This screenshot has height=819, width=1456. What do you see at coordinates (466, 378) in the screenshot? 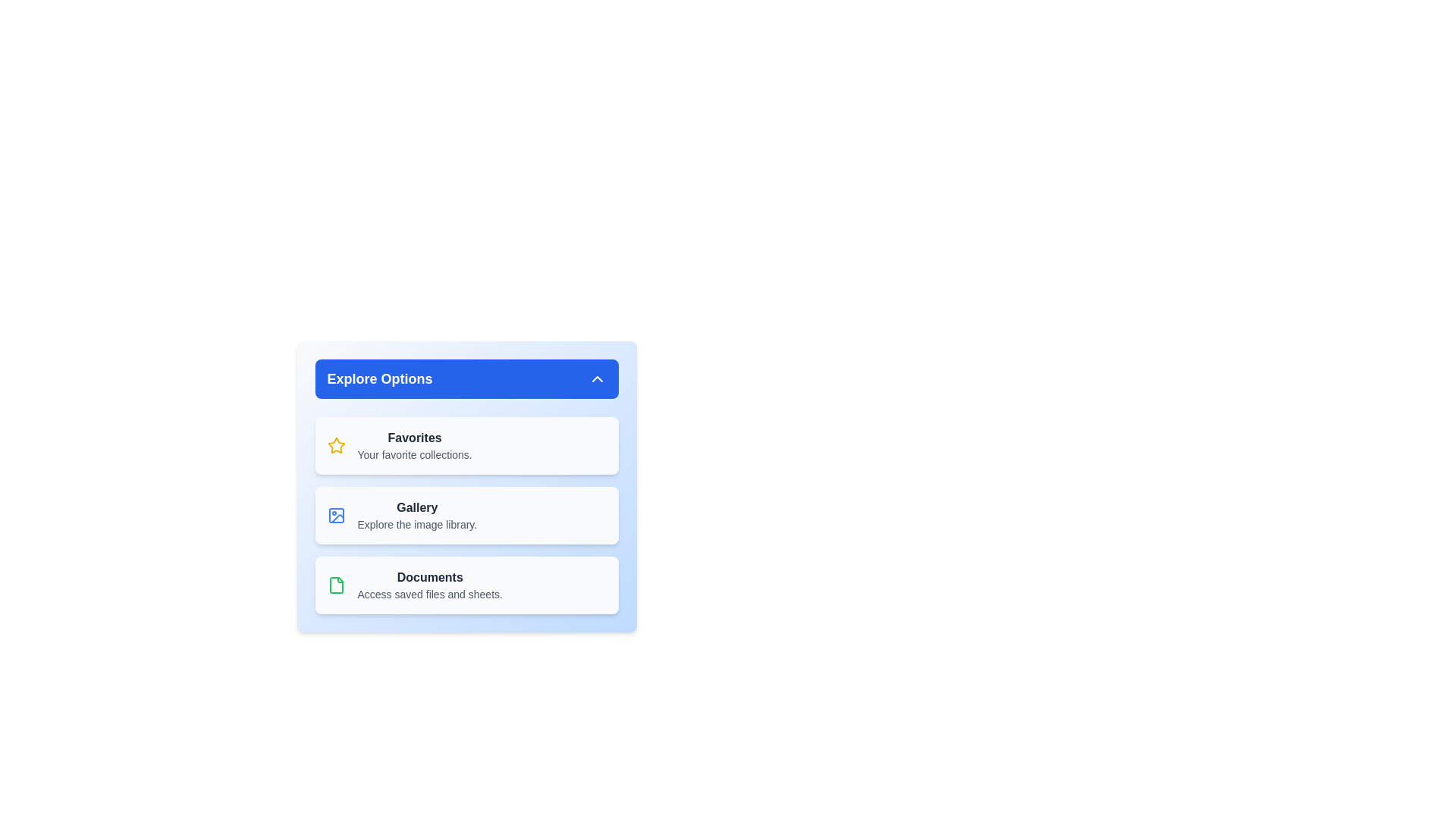
I see `the toggle button that expands or collapses additional options in the card-like component` at bounding box center [466, 378].